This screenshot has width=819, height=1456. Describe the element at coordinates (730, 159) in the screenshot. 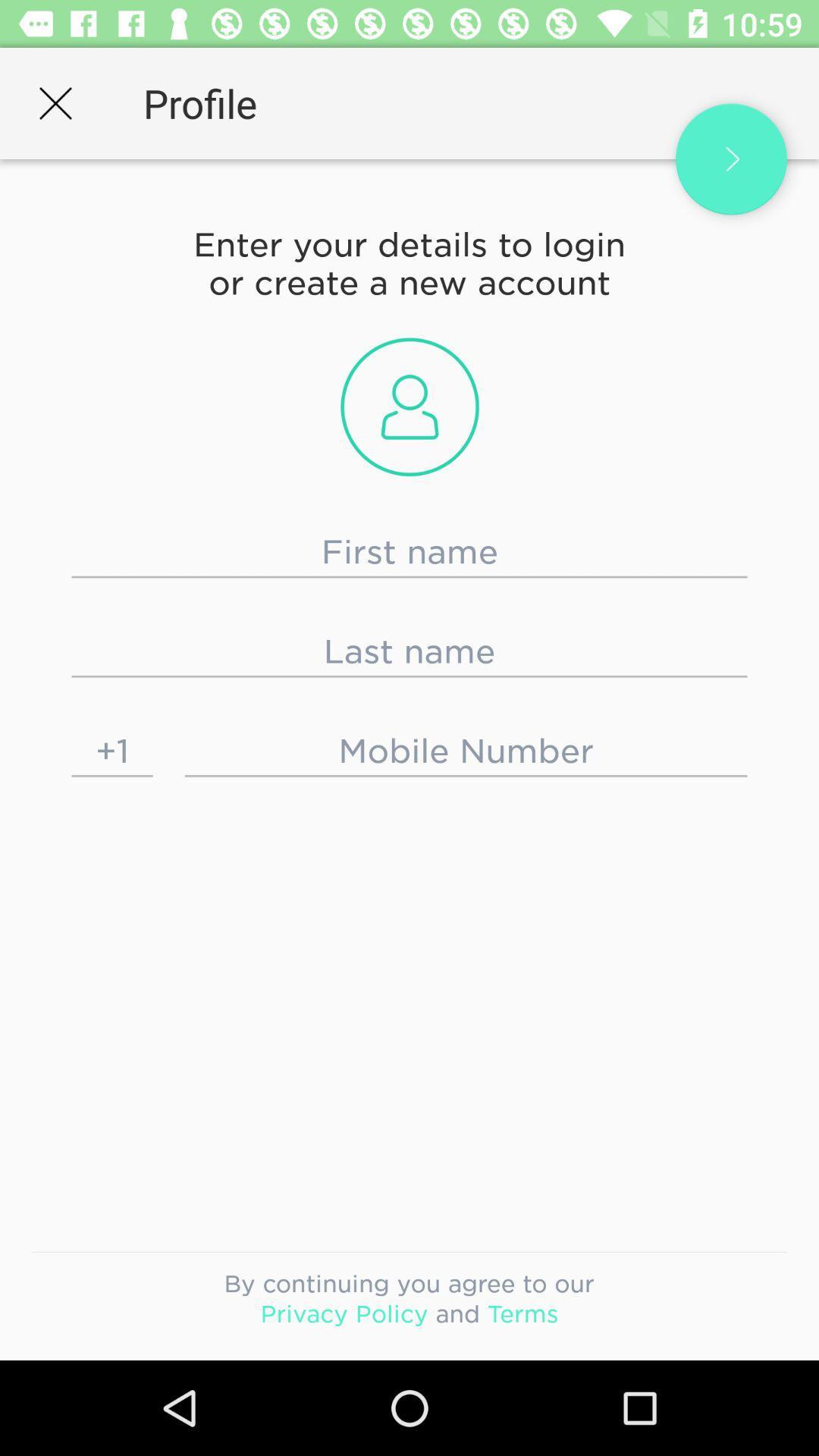

I see `login button` at that location.